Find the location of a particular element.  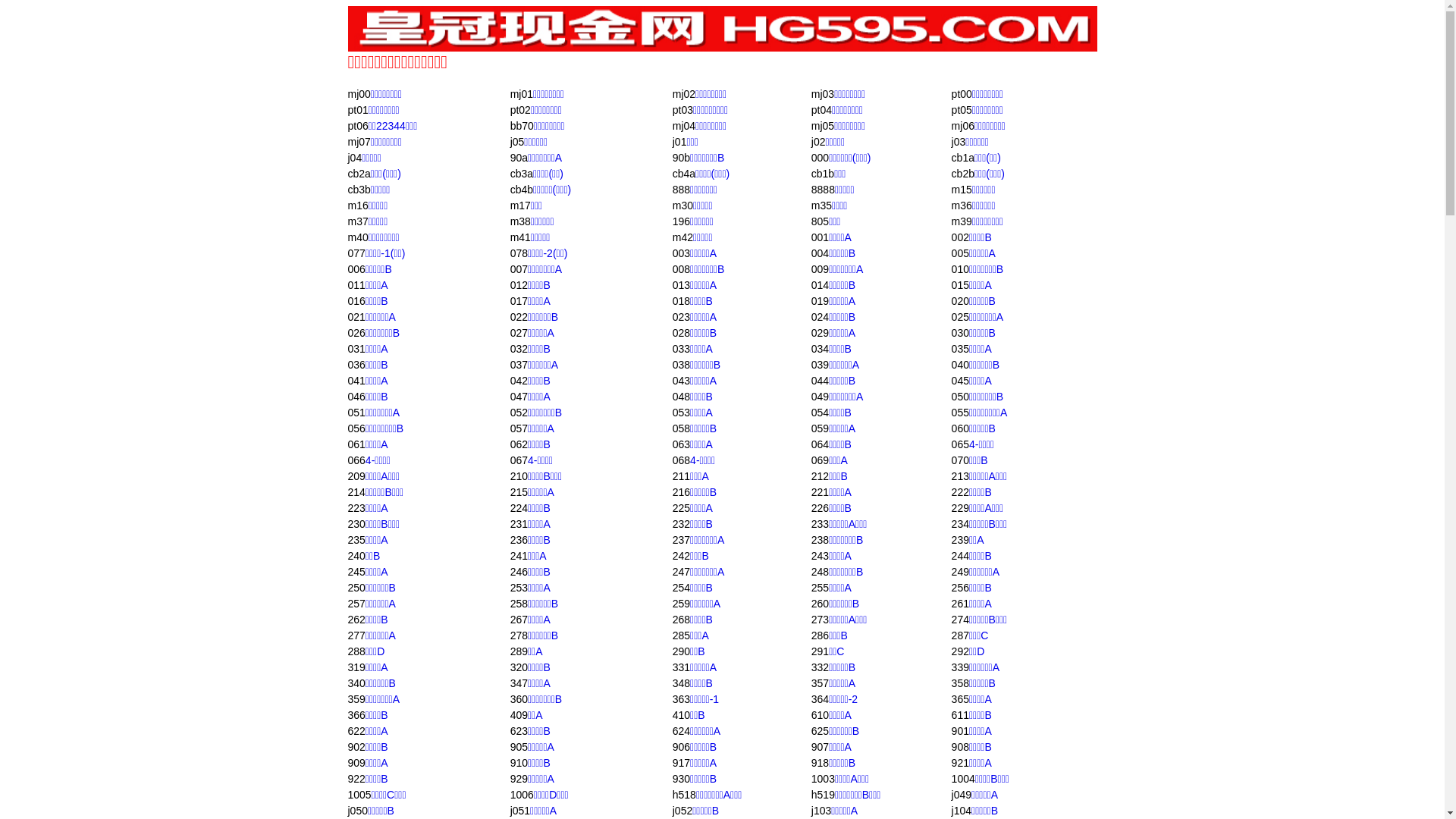

'017' is located at coordinates (519, 301).